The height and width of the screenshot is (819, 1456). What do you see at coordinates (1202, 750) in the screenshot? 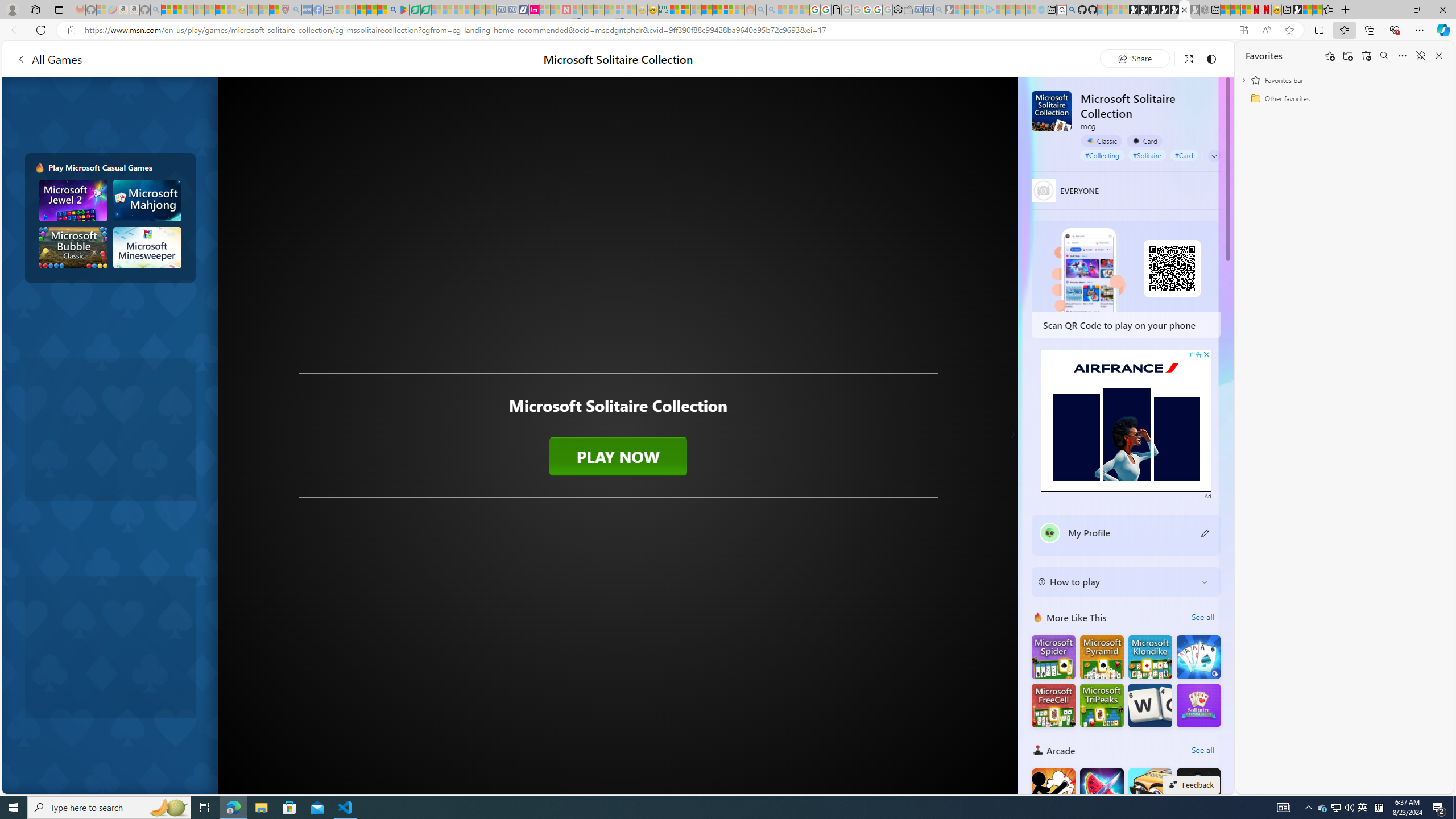
I see `'See all'` at bounding box center [1202, 750].